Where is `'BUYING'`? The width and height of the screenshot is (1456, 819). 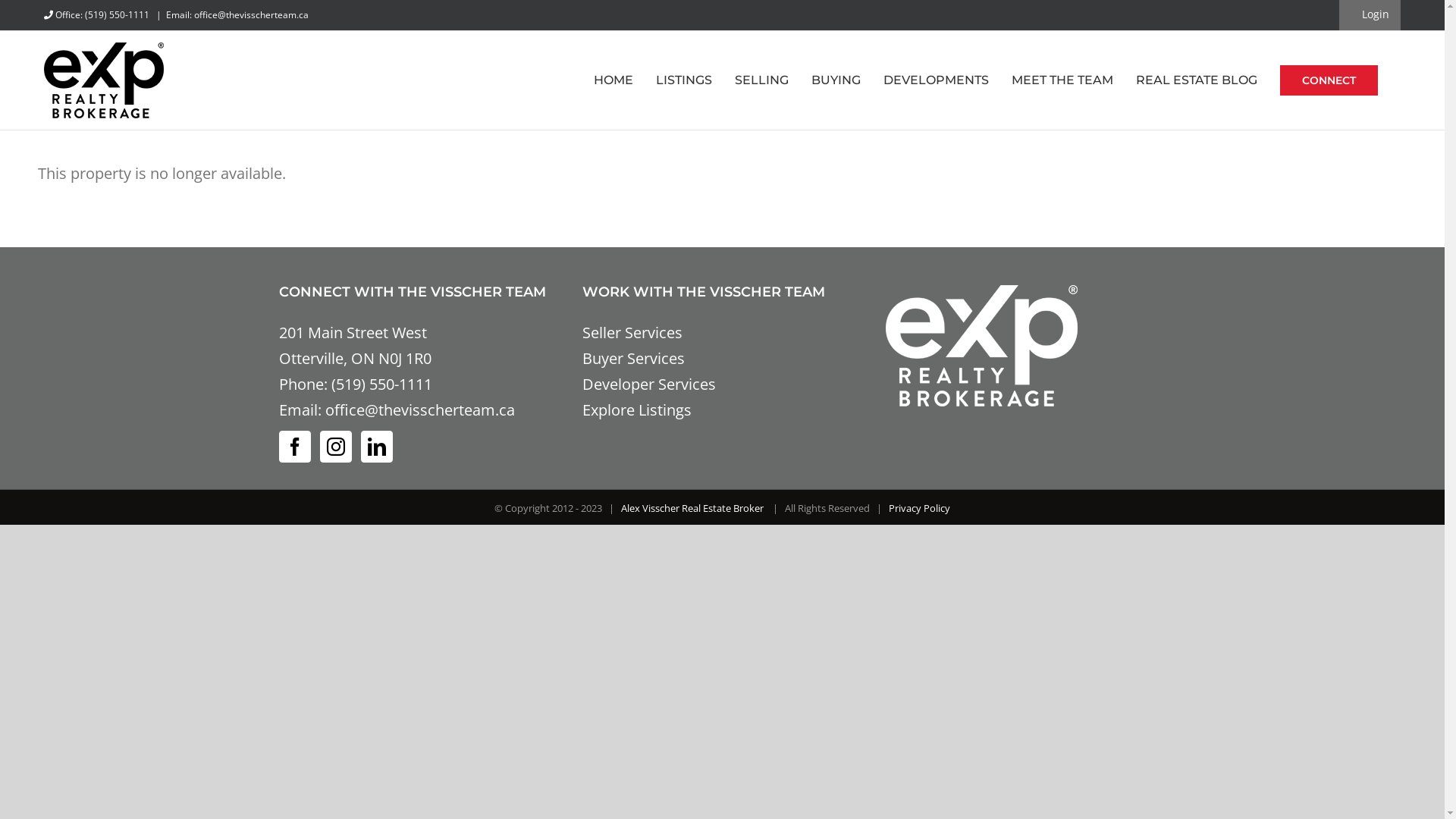
'BUYING' is located at coordinates (835, 80).